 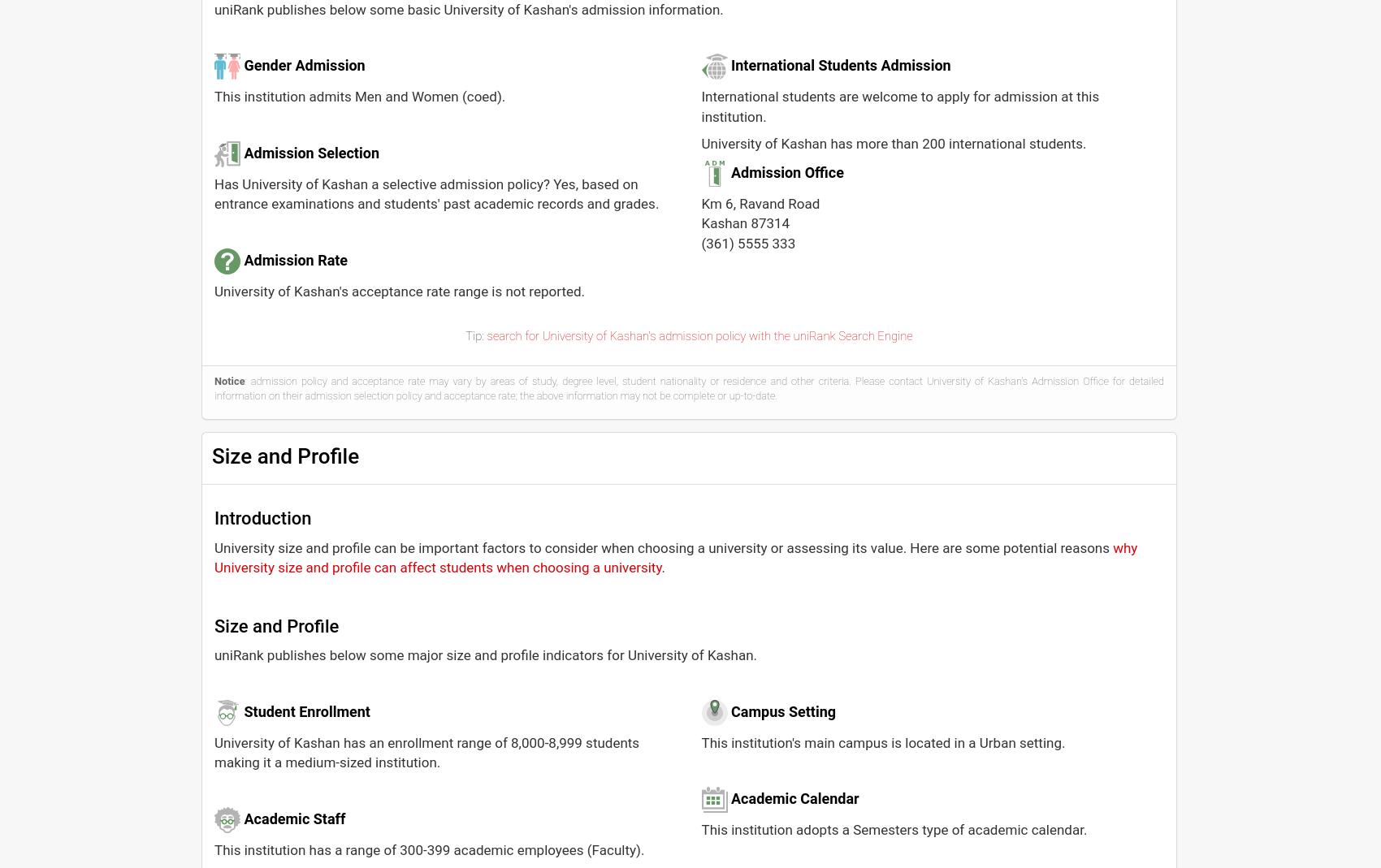 What do you see at coordinates (435, 192) in the screenshot?
I see `'Has University of Kashan a selective admission policy? Yes, based on entrance examinations and students' past academic records and grades.'` at bounding box center [435, 192].